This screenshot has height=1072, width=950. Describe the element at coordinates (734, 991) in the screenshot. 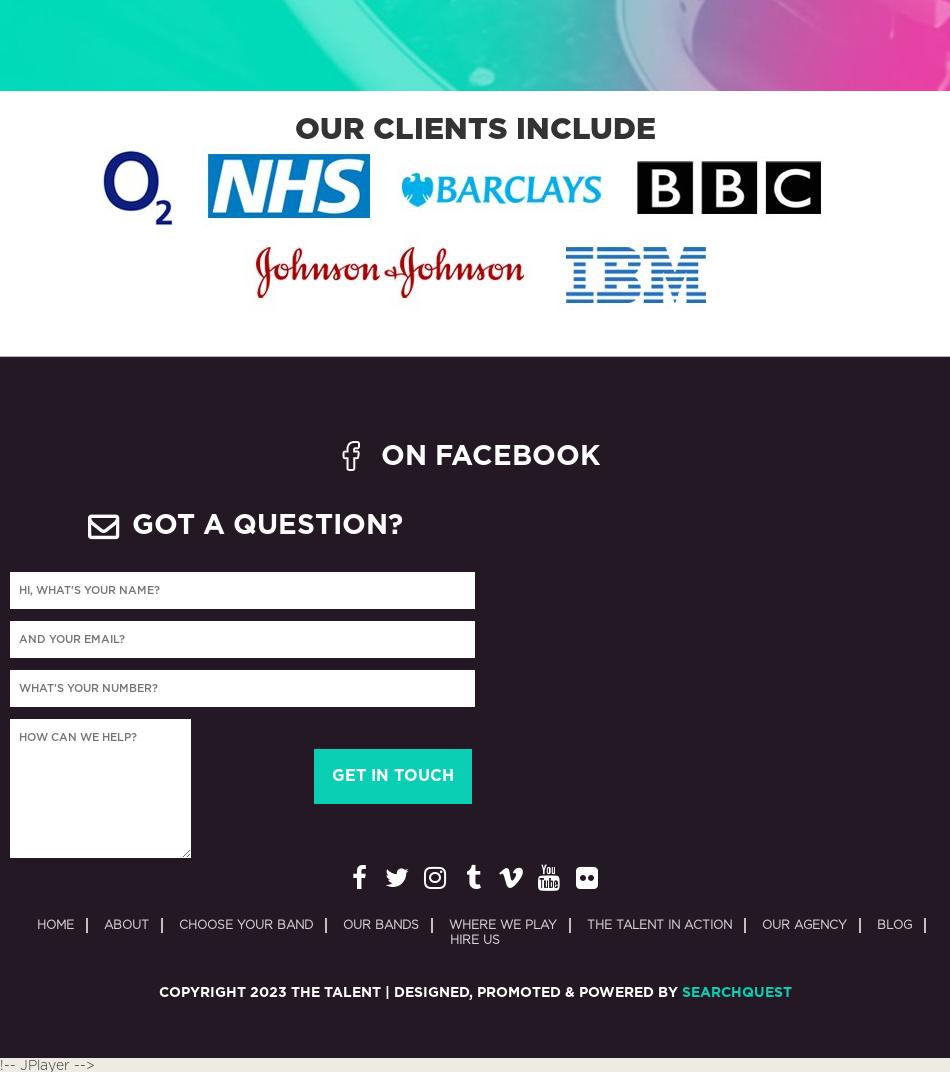

I see `'SearchQuest'` at that location.